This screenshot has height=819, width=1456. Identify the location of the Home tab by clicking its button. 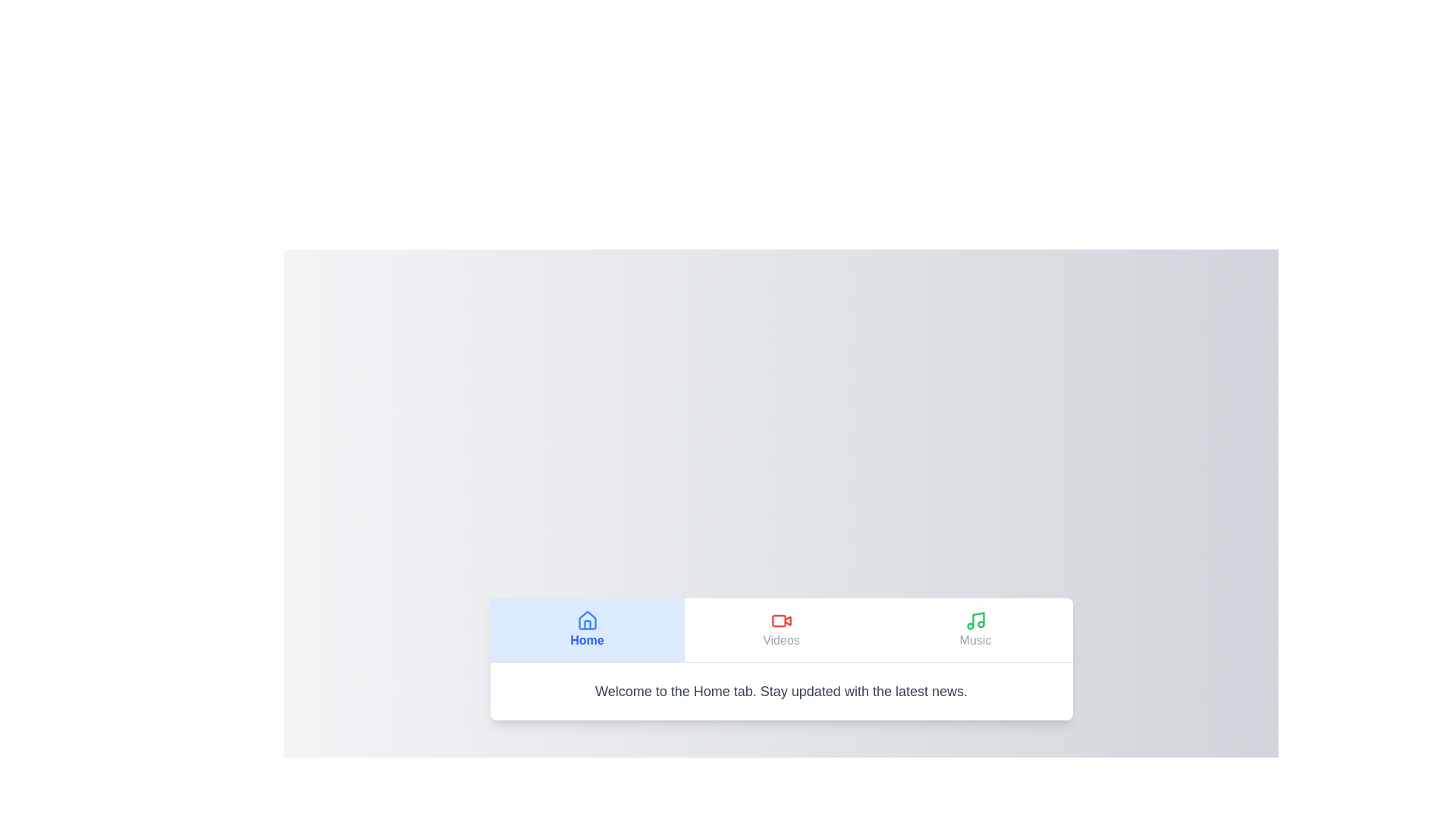
(586, 629).